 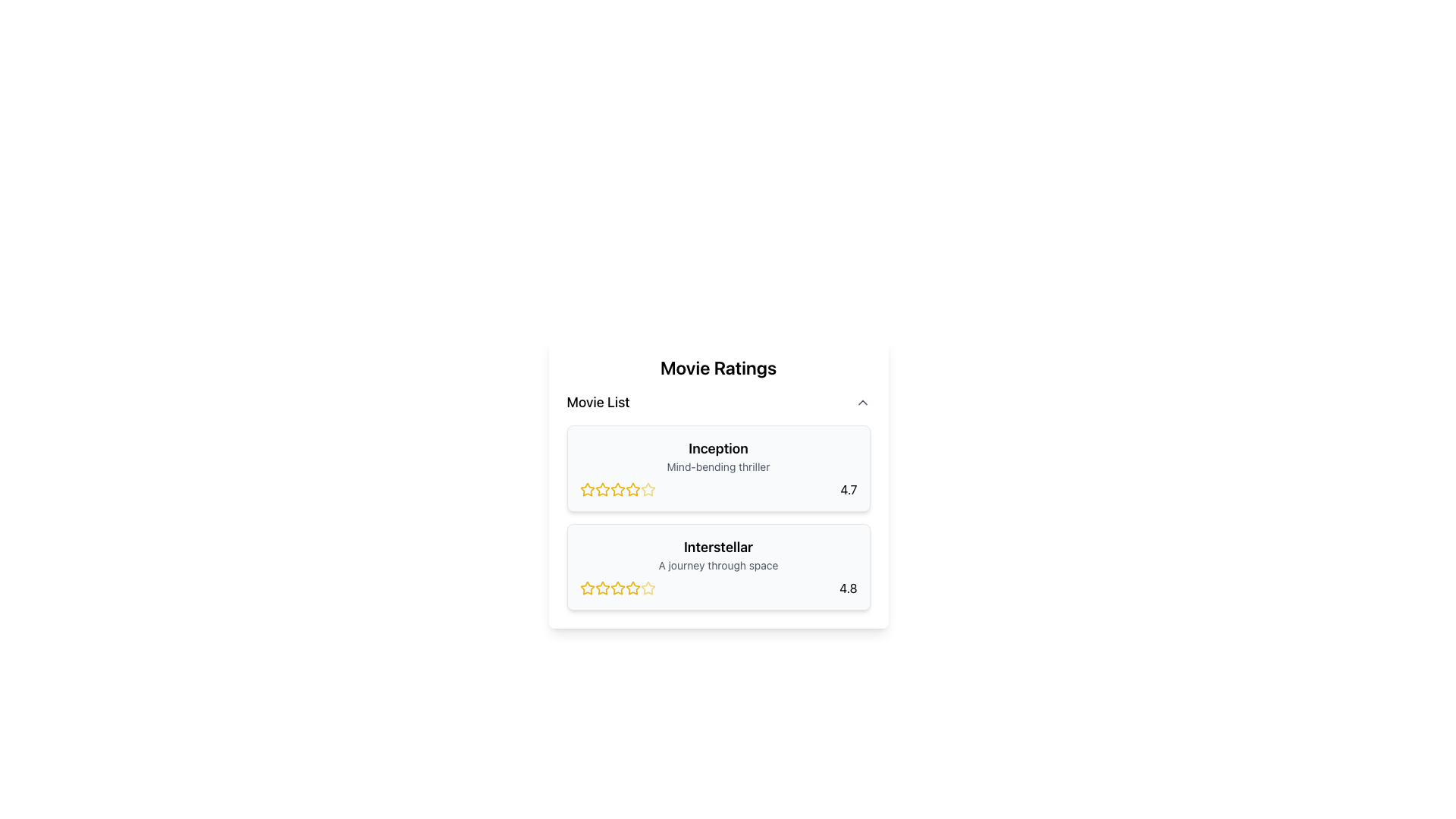 I want to click on the yellow star icon representing the fifth star in the 'Interstellar' rating section, so click(x=648, y=587).